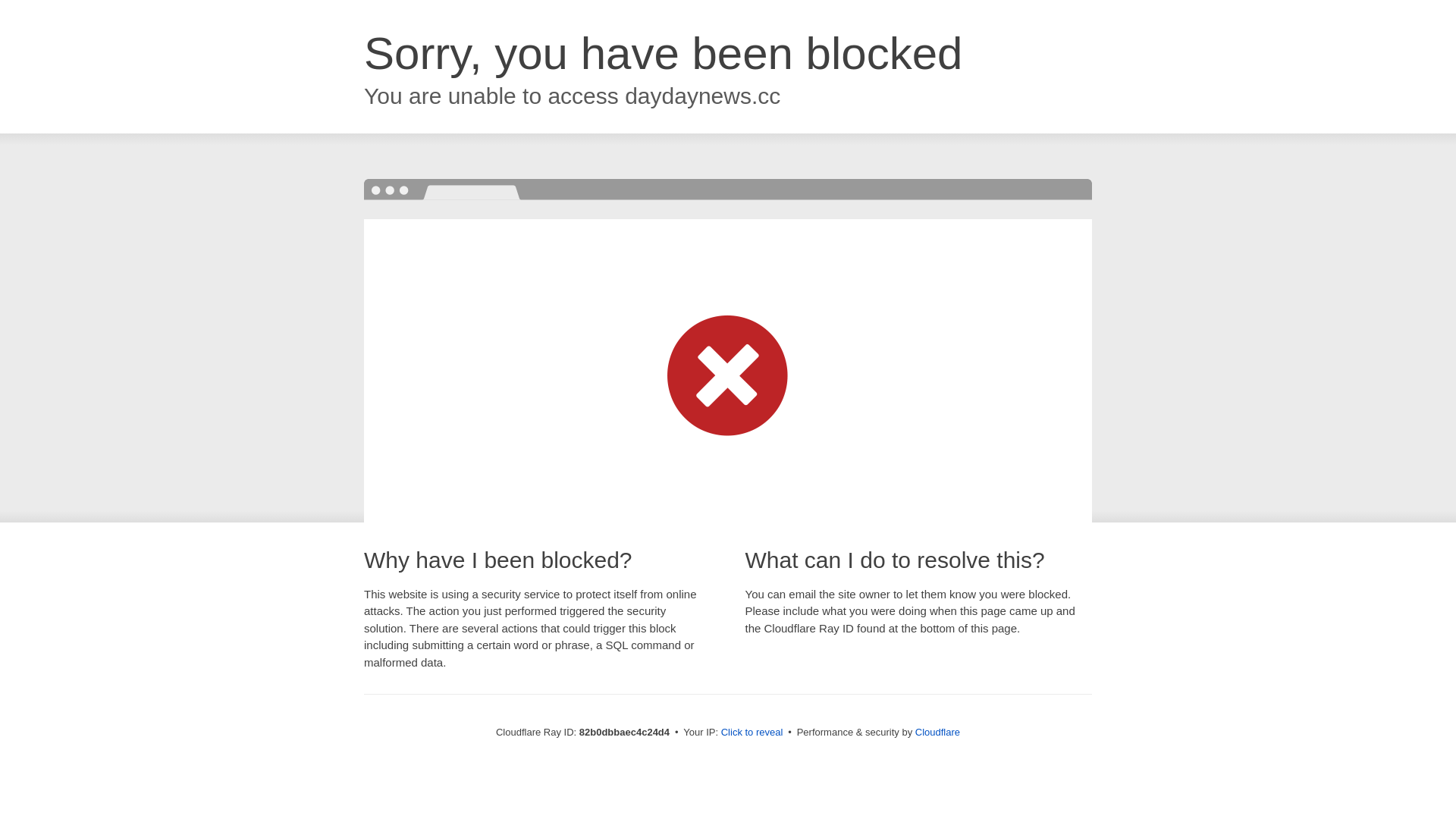 The width and height of the screenshot is (1456, 819). I want to click on 'Cloudflare', so click(937, 731).